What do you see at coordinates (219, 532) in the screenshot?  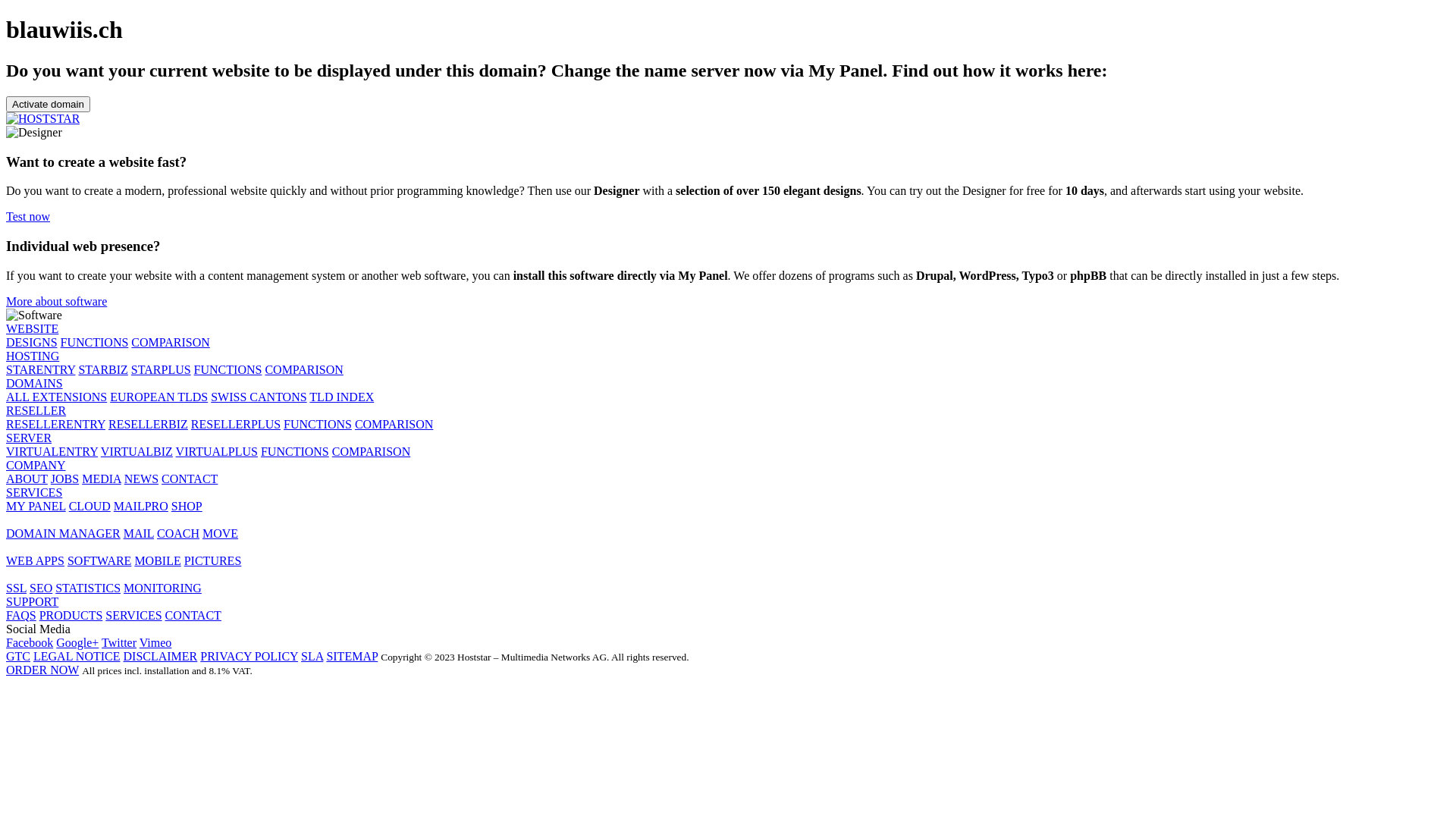 I see `'MOVE'` at bounding box center [219, 532].